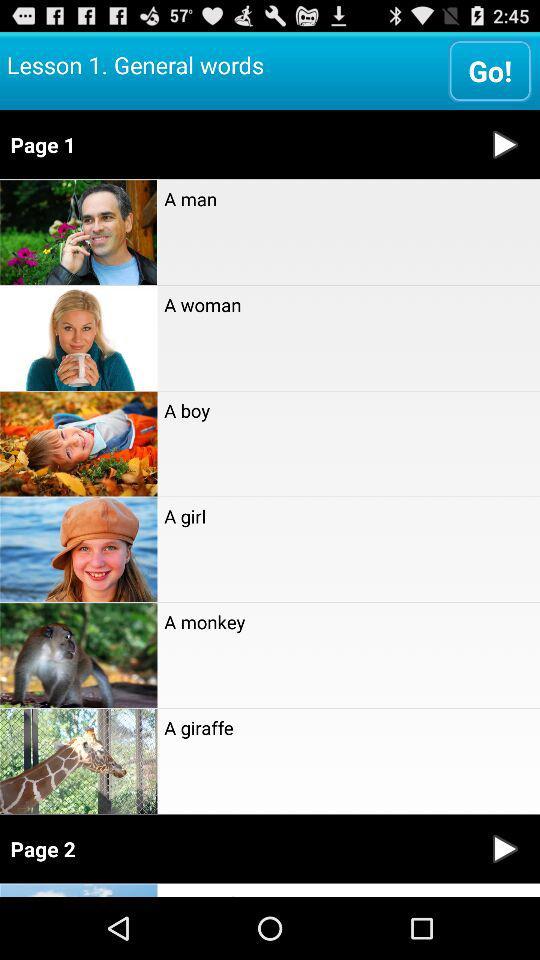 Image resolution: width=540 pixels, height=960 pixels. Describe the element at coordinates (347, 409) in the screenshot. I see `the a boy` at that location.